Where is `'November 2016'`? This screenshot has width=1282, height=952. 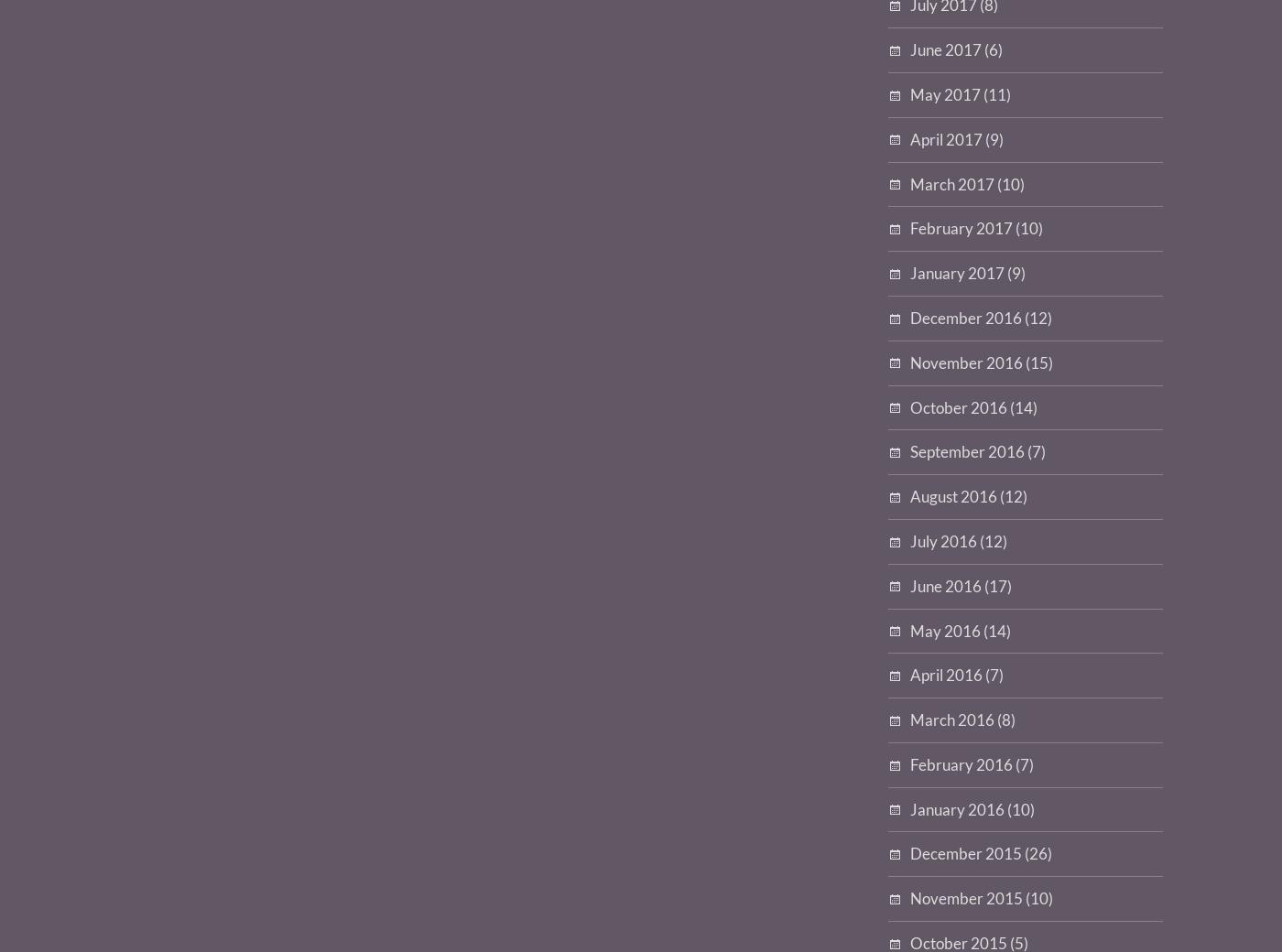 'November 2016' is located at coordinates (966, 362).